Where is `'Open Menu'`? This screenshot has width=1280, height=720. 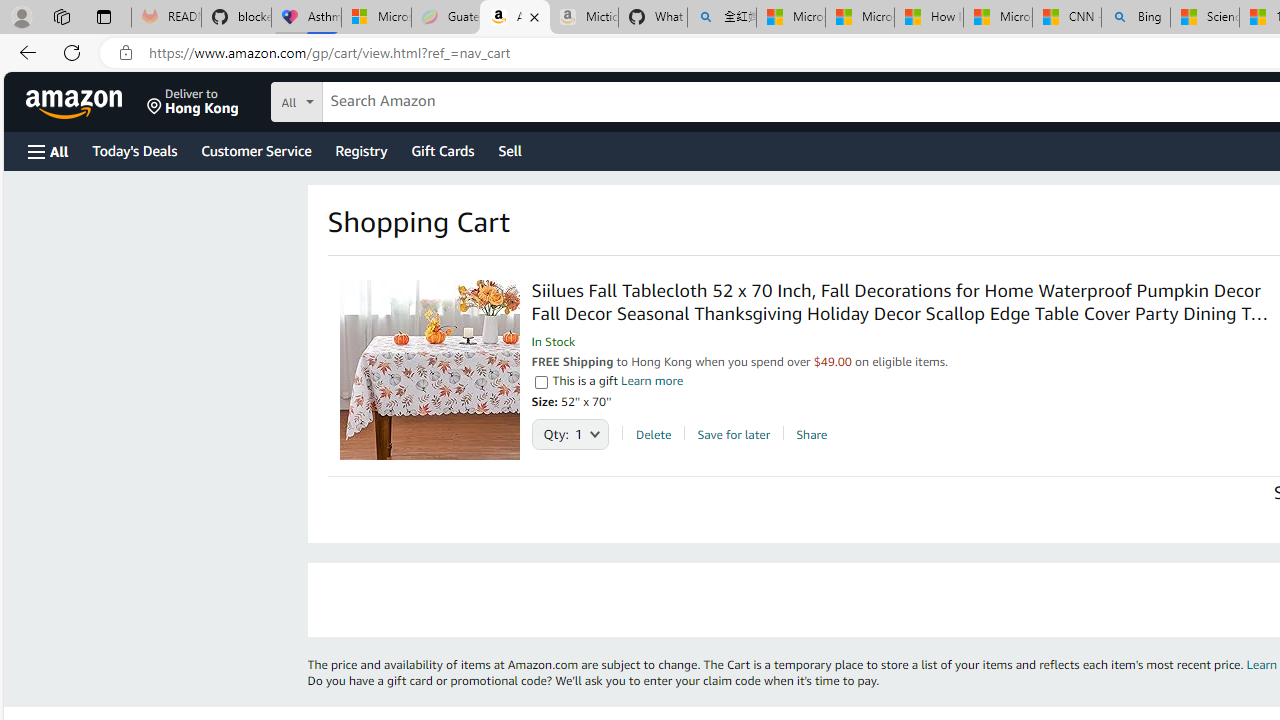
'Open Menu' is located at coordinates (48, 150).